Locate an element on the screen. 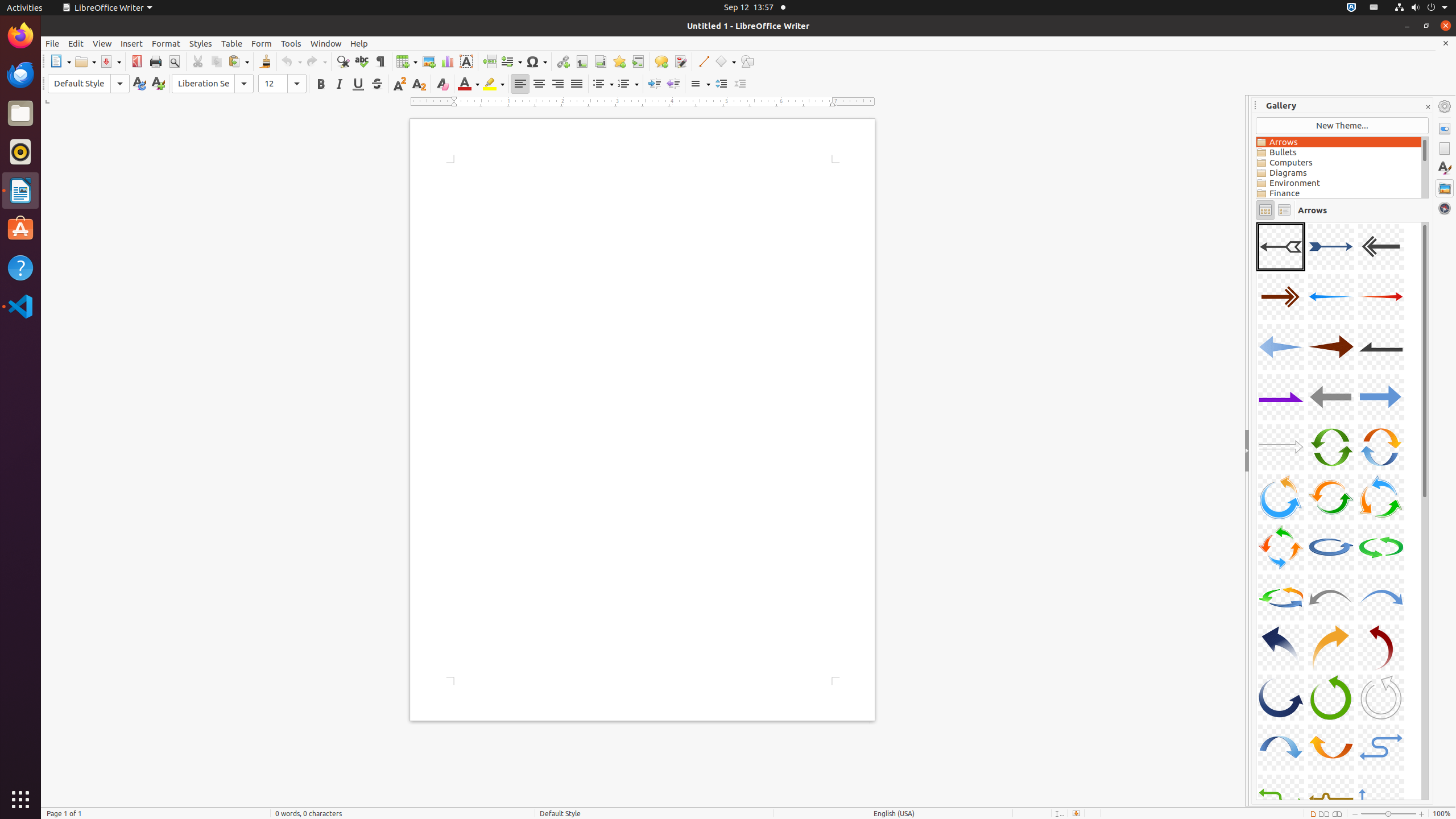 The height and width of the screenshot is (819, 1456). 'Styles' is located at coordinates (200, 43).